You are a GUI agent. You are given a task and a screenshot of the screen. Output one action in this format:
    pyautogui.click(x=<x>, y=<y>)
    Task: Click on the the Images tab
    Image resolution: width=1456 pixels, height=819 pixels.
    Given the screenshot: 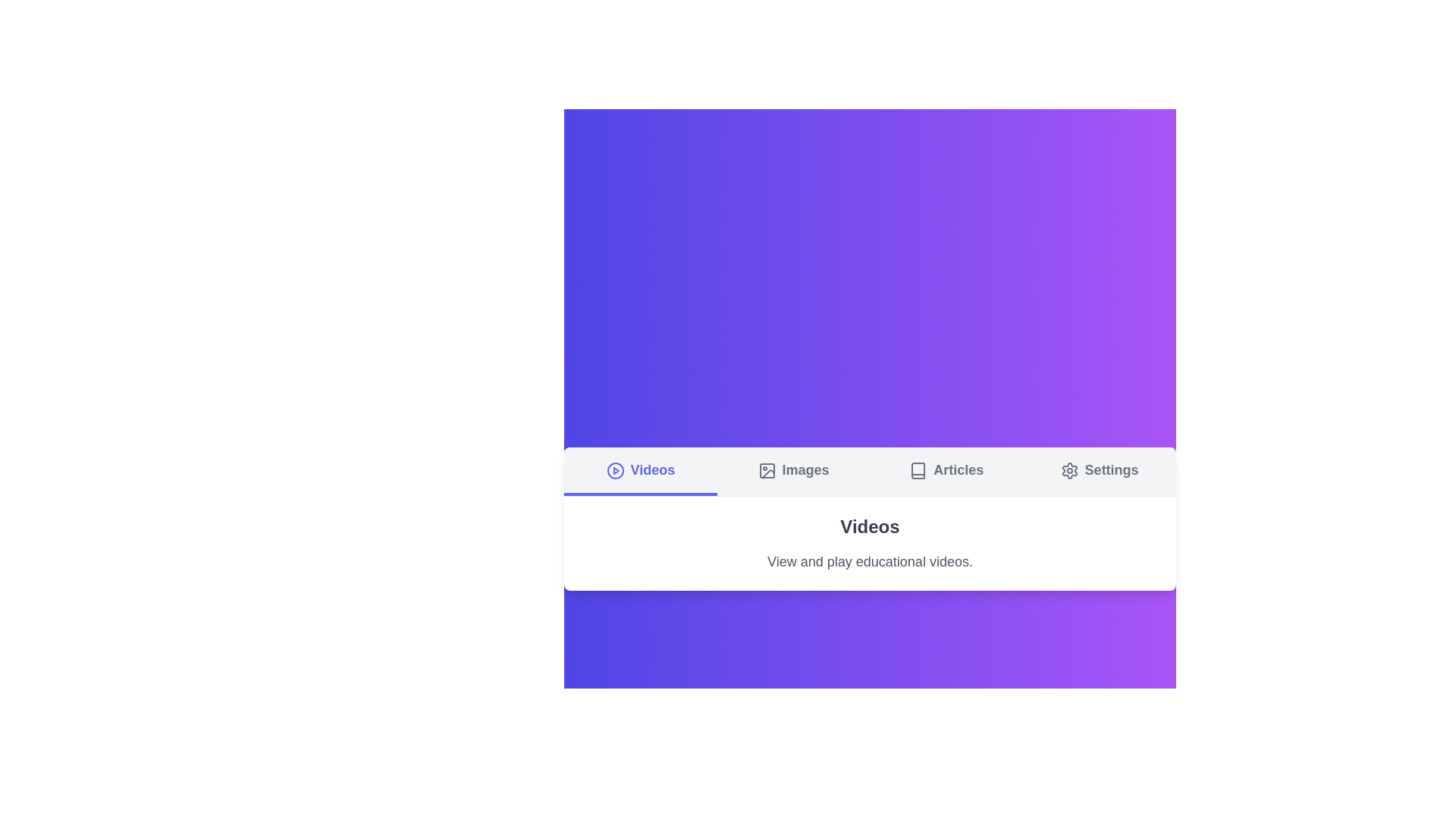 What is the action you would take?
    pyautogui.click(x=792, y=470)
    